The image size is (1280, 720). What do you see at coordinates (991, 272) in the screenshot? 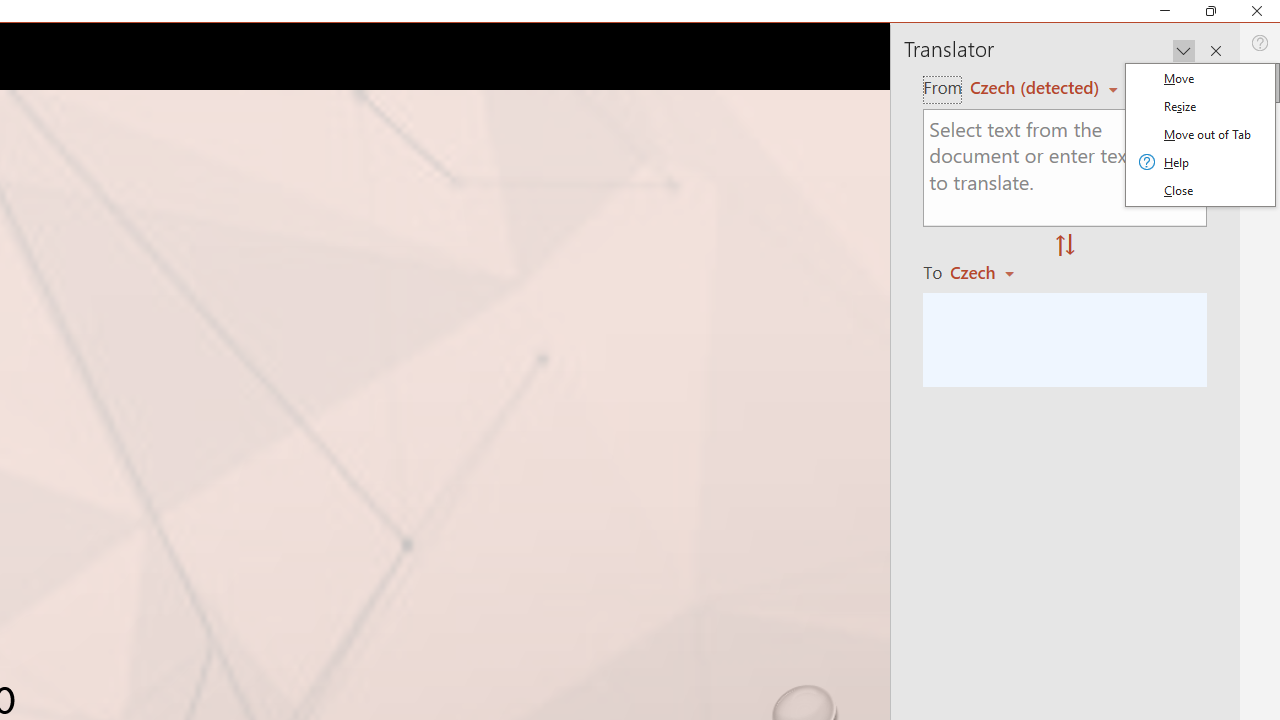
I see `'Czech'` at bounding box center [991, 272].